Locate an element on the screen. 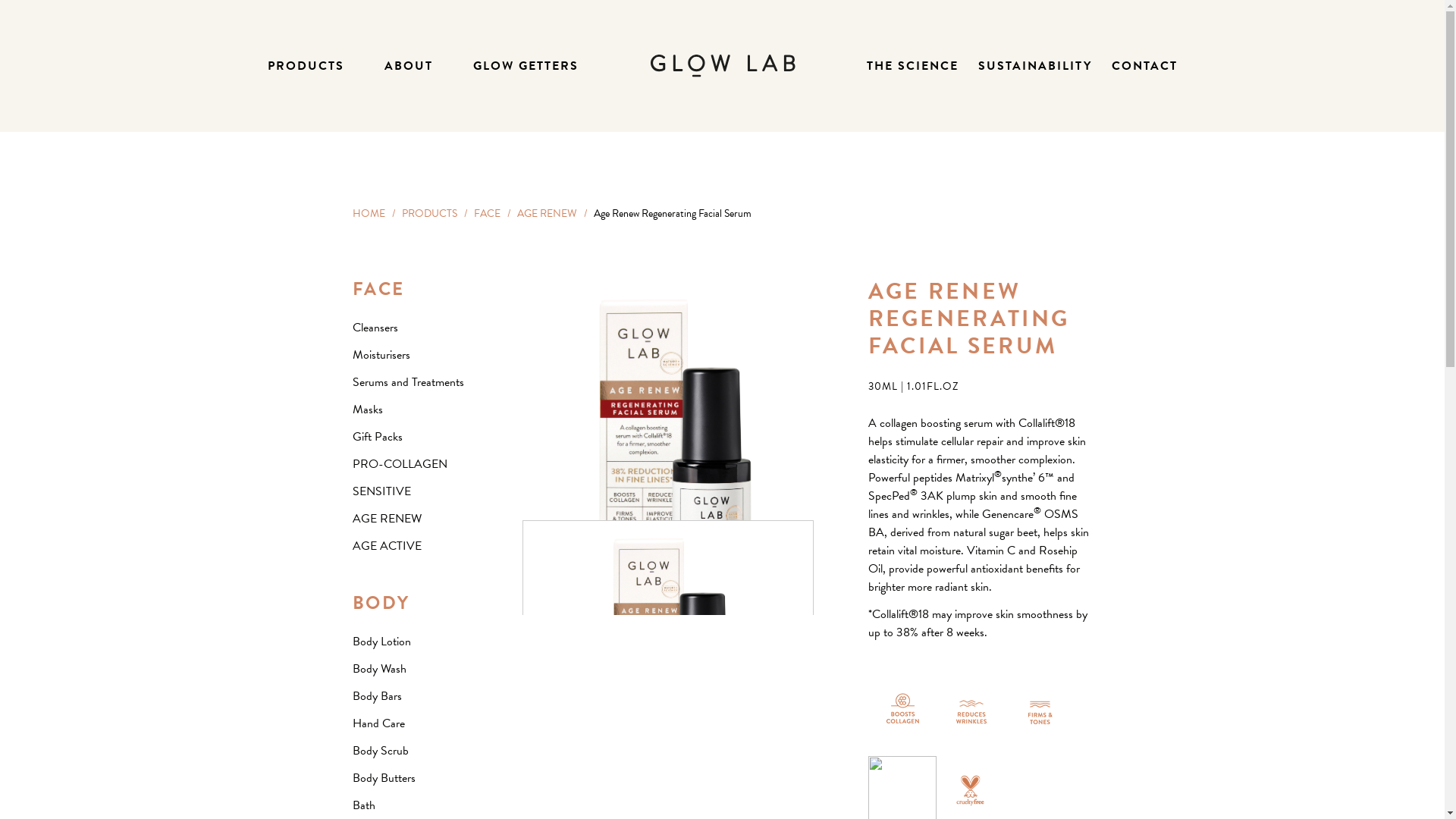  'AGE ACTIVE' is located at coordinates (386, 546).